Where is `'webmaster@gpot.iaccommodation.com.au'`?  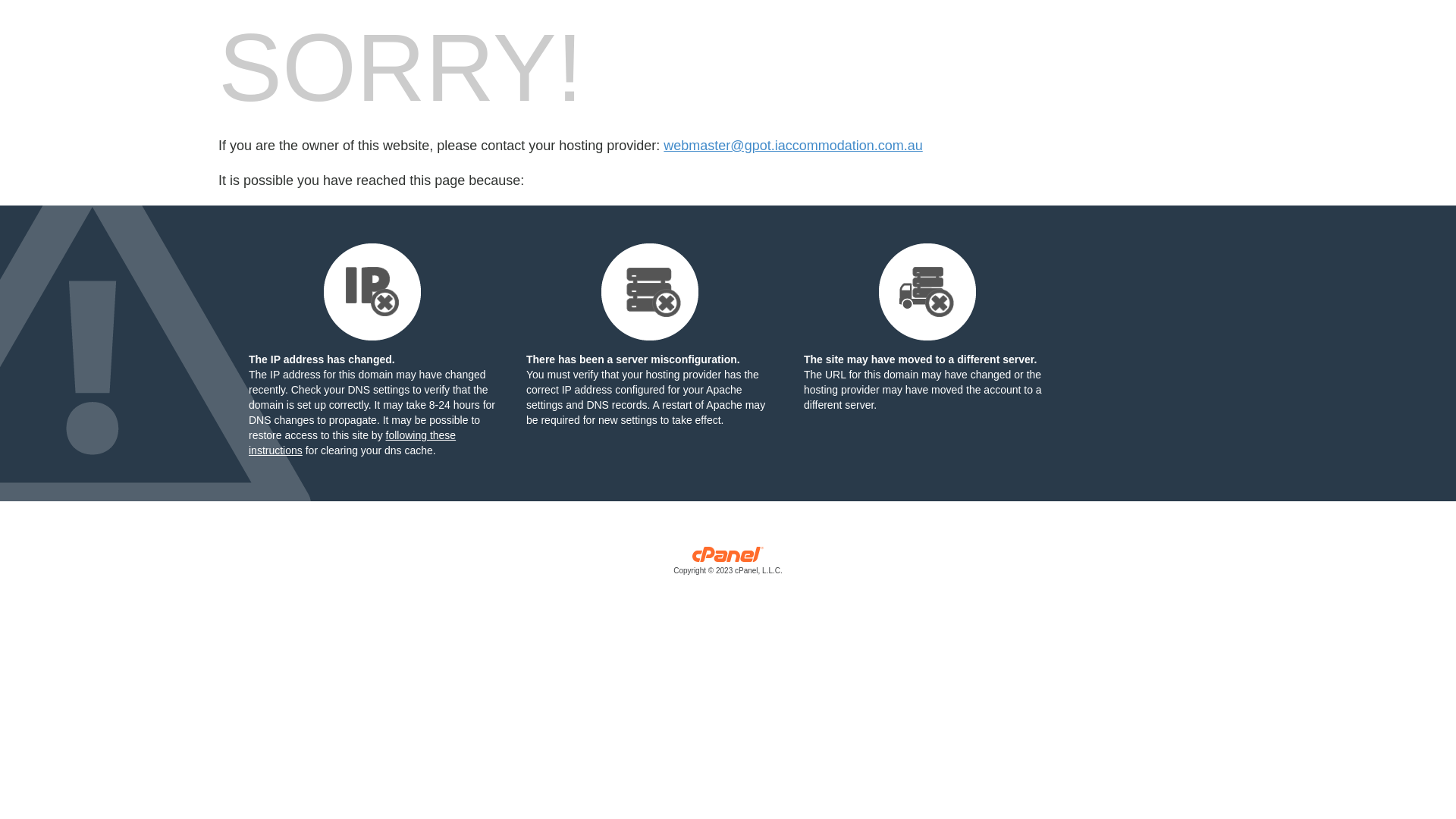 'webmaster@gpot.iaccommodation.com.au' is located at coordinates (792, 146).